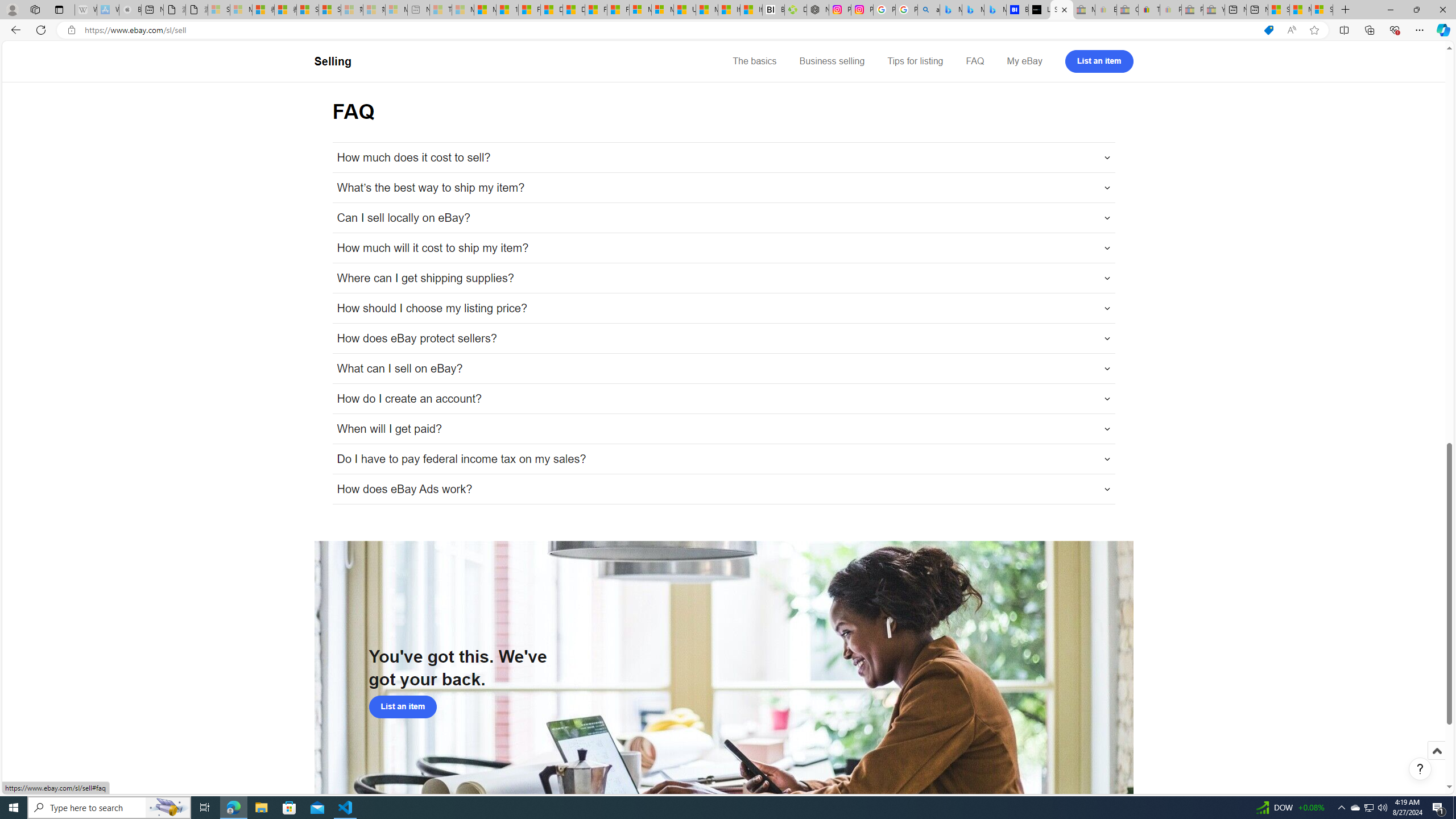  Describe the element at coordinates (723, 337) in the screenshot. I see `'How does eBay protect sellers?'` at that location.